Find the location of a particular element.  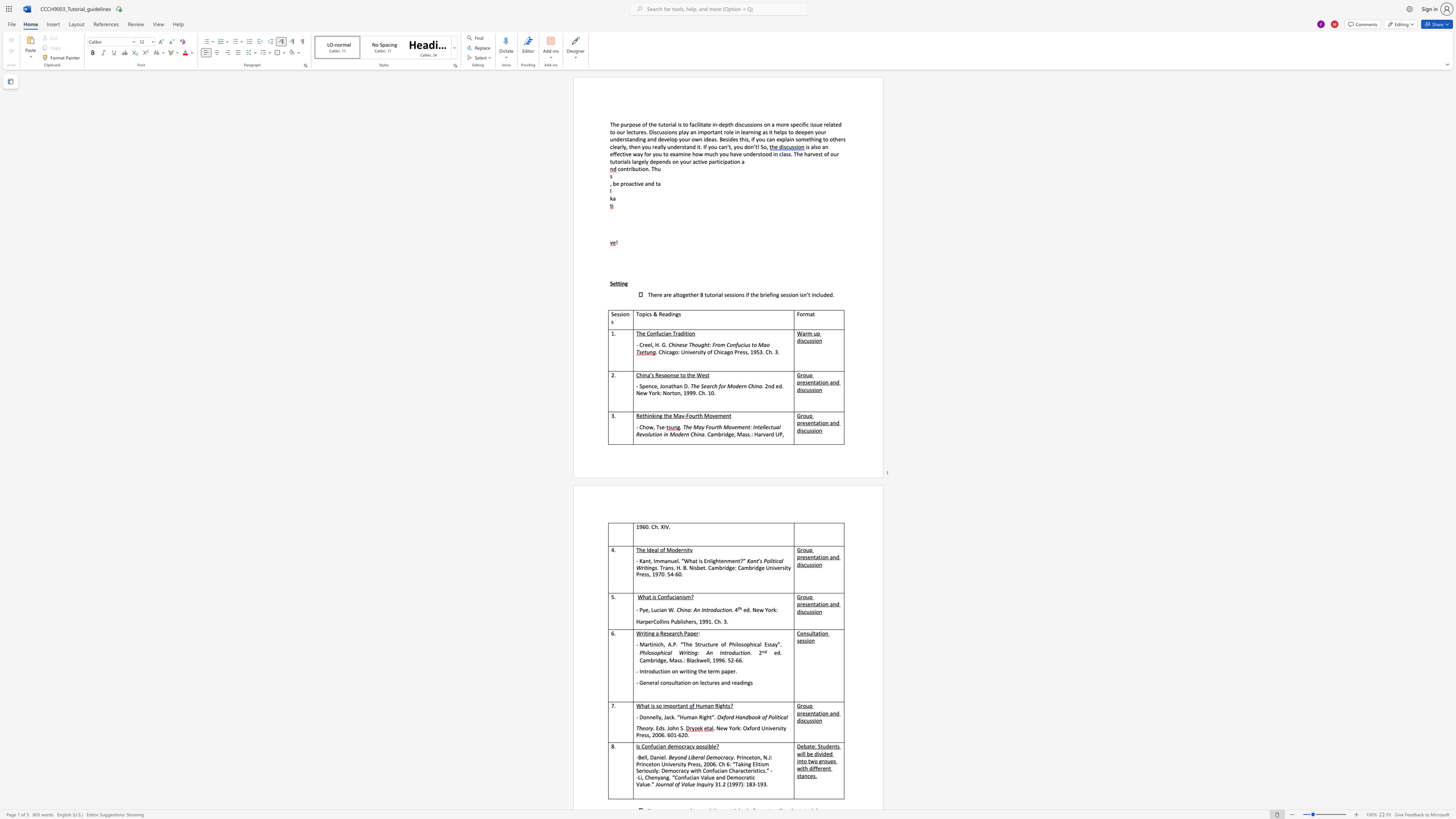

the subset text "el." within the text "-Bell, Daniel." is located at coordinates (661, 757).